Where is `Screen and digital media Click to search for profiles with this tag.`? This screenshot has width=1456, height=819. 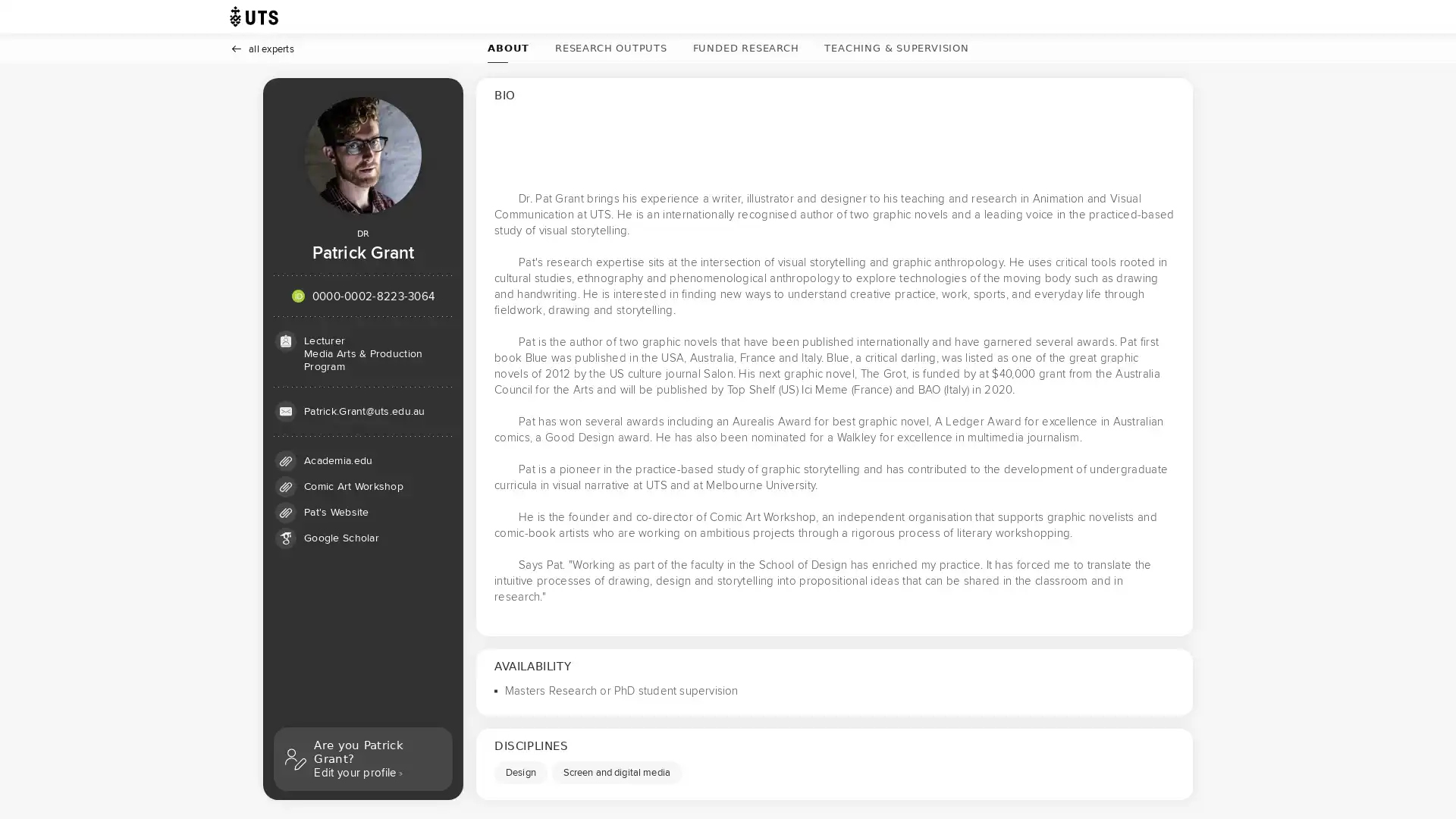 Screen and digital media Click to search for profiles with this tag. is located at coordinates (616, 772).